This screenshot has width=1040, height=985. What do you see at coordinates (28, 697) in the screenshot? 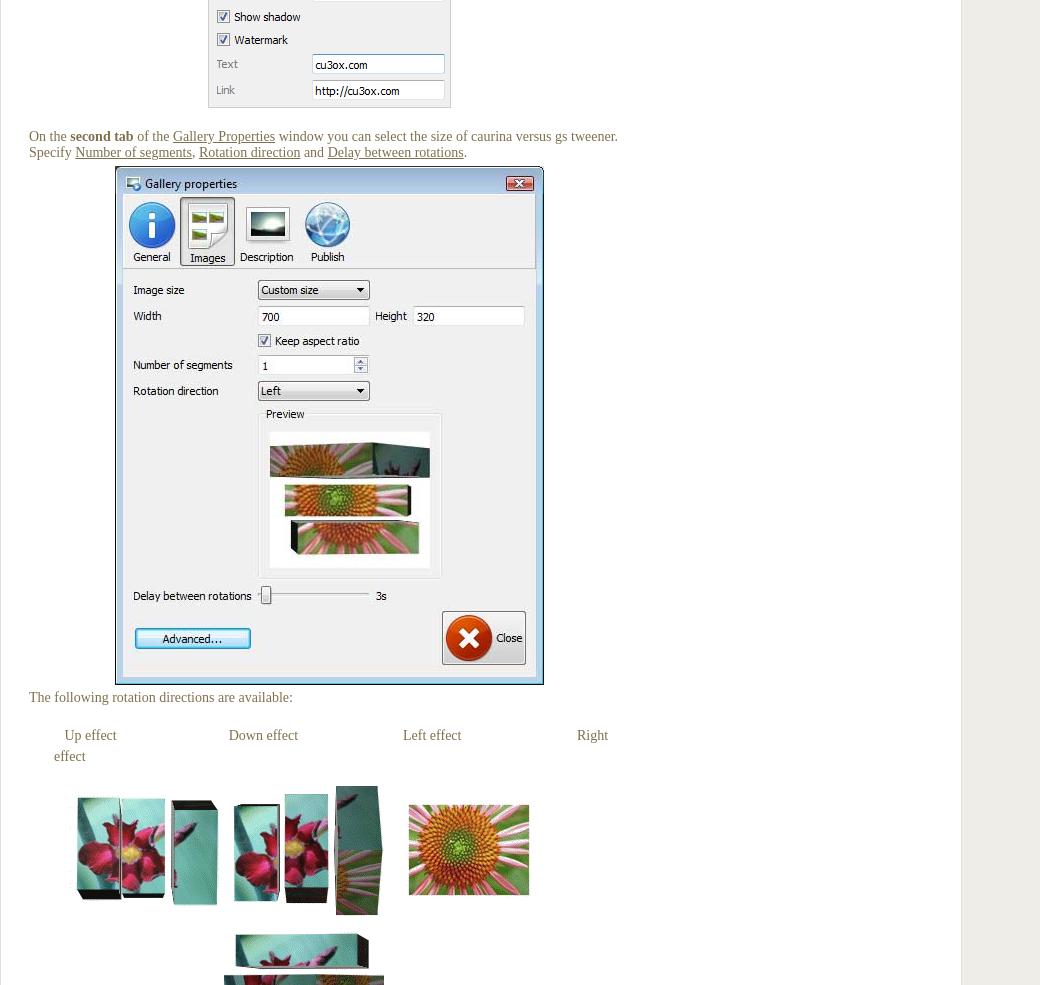
I see `'The following rotation directions are available:'` at bounding box center [28, 697].